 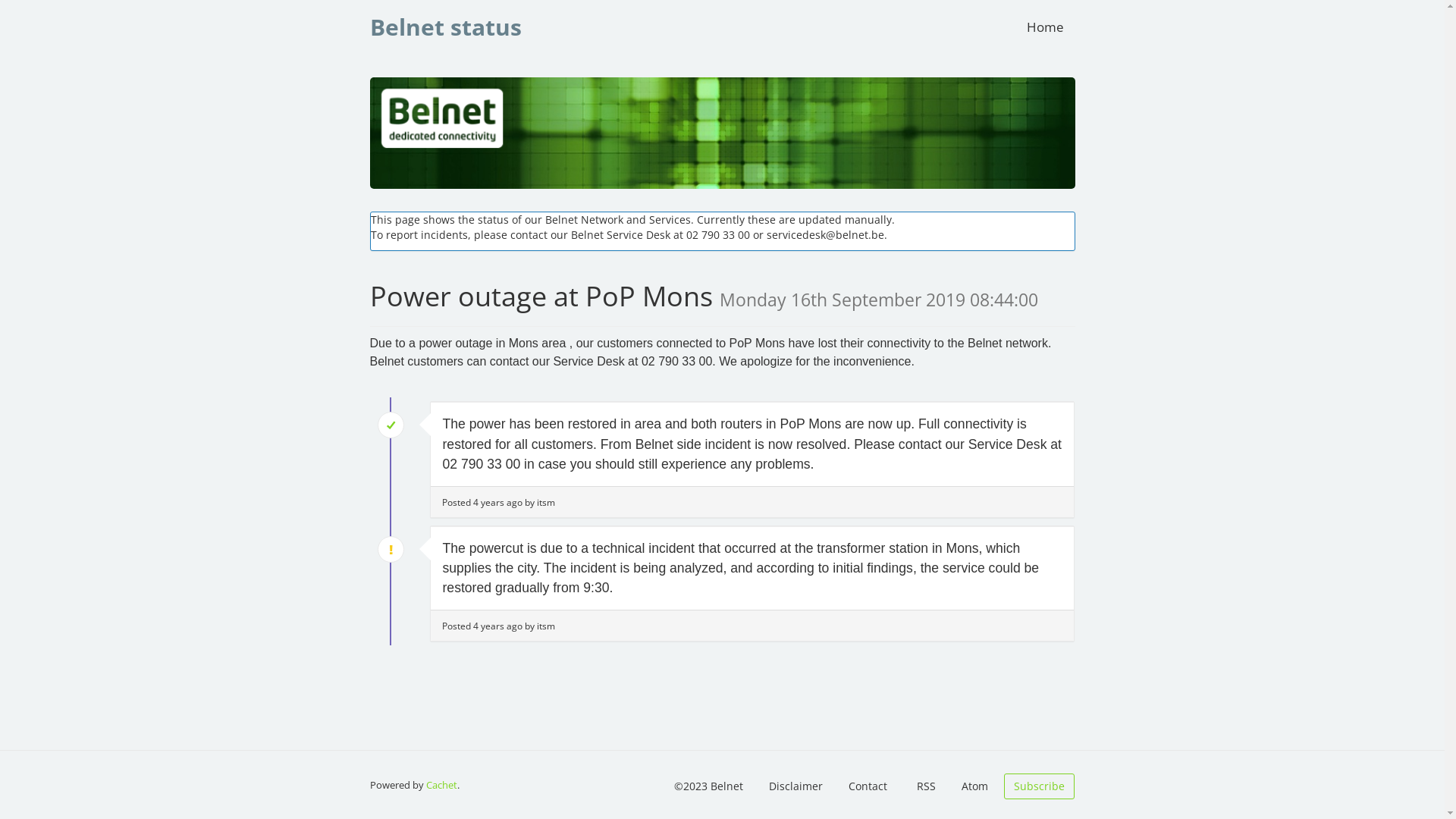 What do you see at coordinates (974, 786) in the screenshot?
I see `'Atom'` at bounding box center [974, 786].